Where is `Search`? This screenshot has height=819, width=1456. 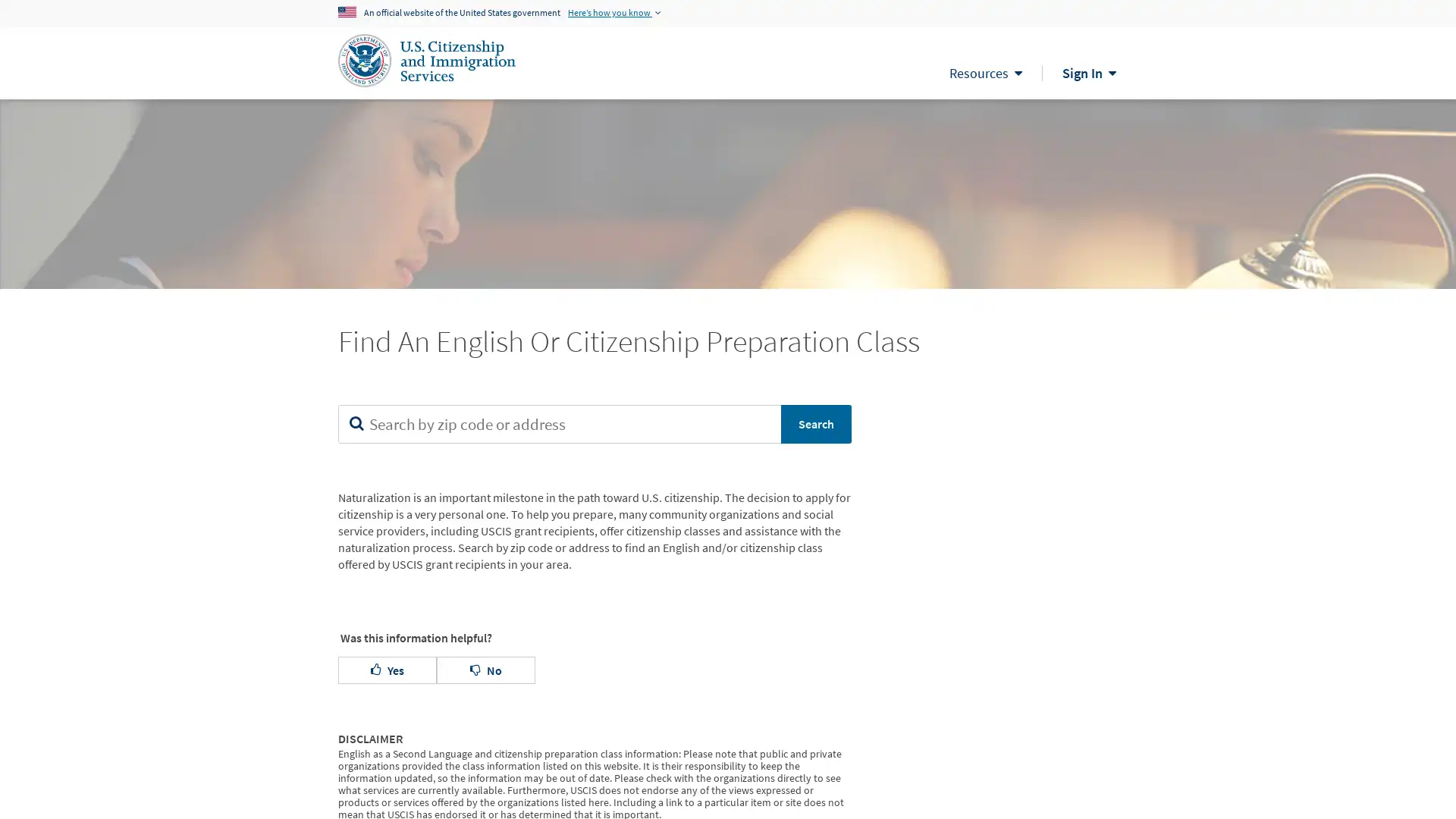 Search is located at coordinates (814, 424).